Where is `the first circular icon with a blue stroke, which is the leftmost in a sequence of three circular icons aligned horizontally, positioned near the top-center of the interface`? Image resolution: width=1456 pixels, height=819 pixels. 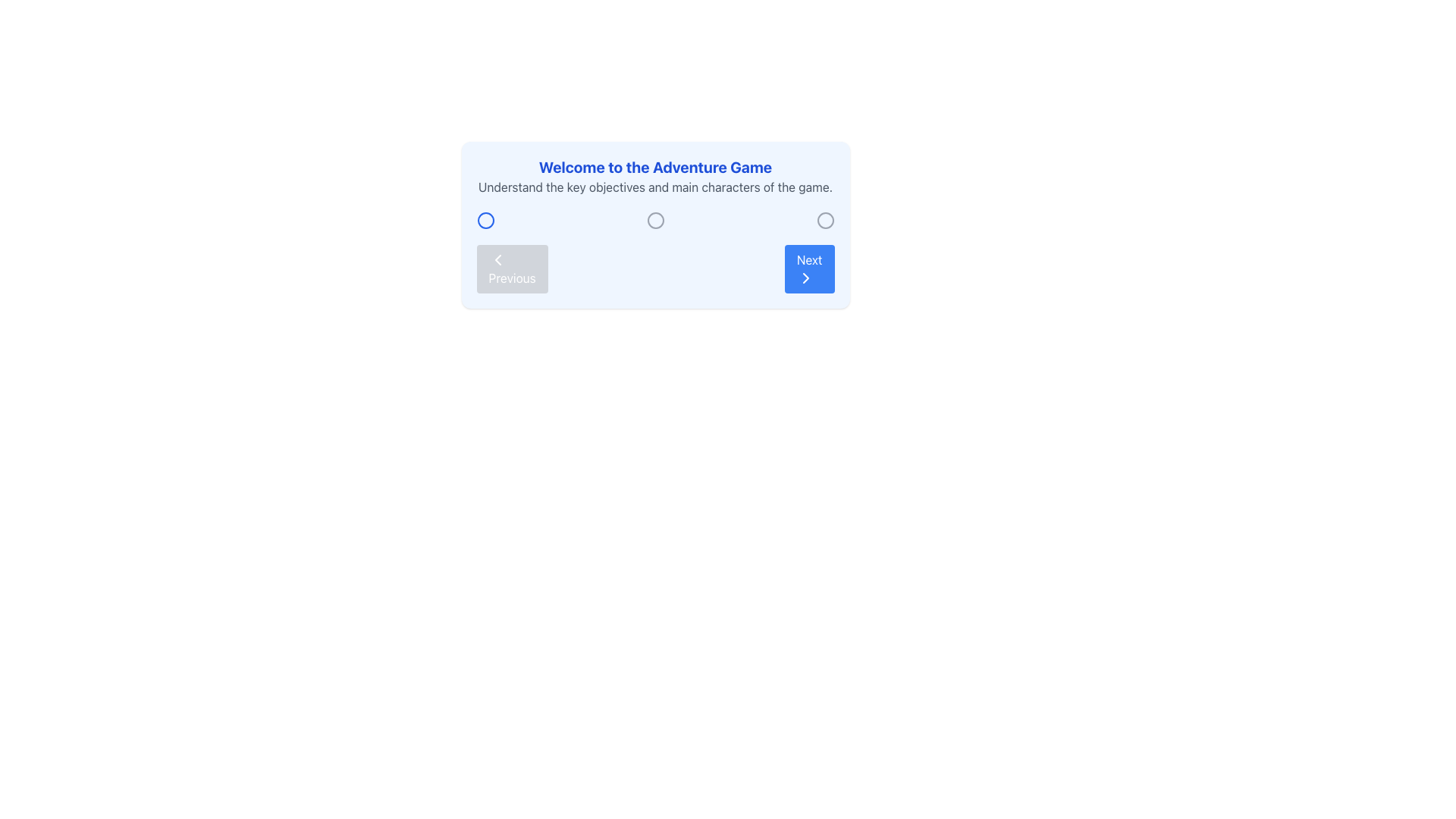 the first circular icon with a blue stroke, which is the leftmost in a sequence of three circular icons aligned horizontally, positioned near the top-center of the interface is located at coordinates (485, 220).